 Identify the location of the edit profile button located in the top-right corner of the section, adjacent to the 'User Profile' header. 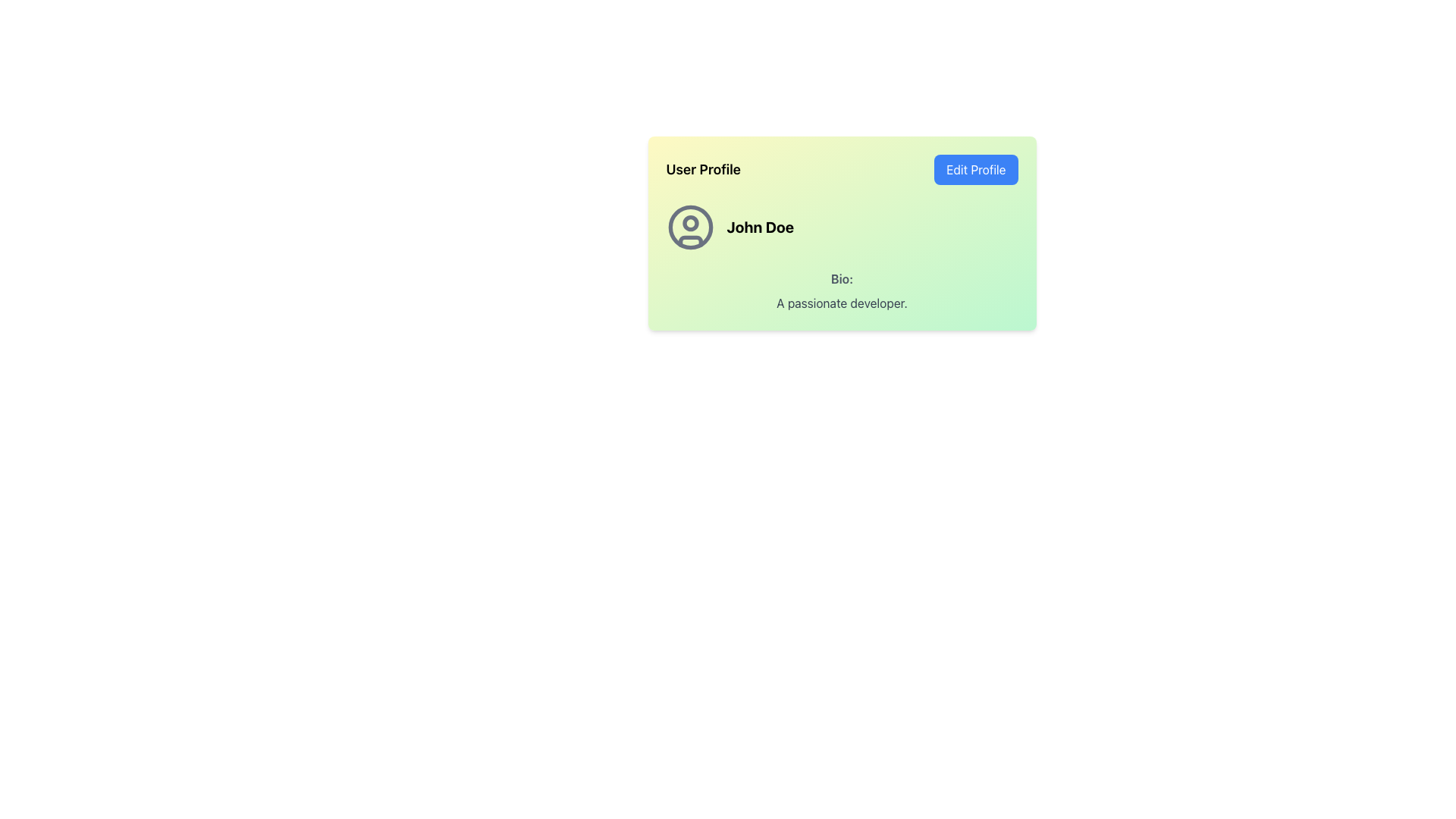
(976, 169).